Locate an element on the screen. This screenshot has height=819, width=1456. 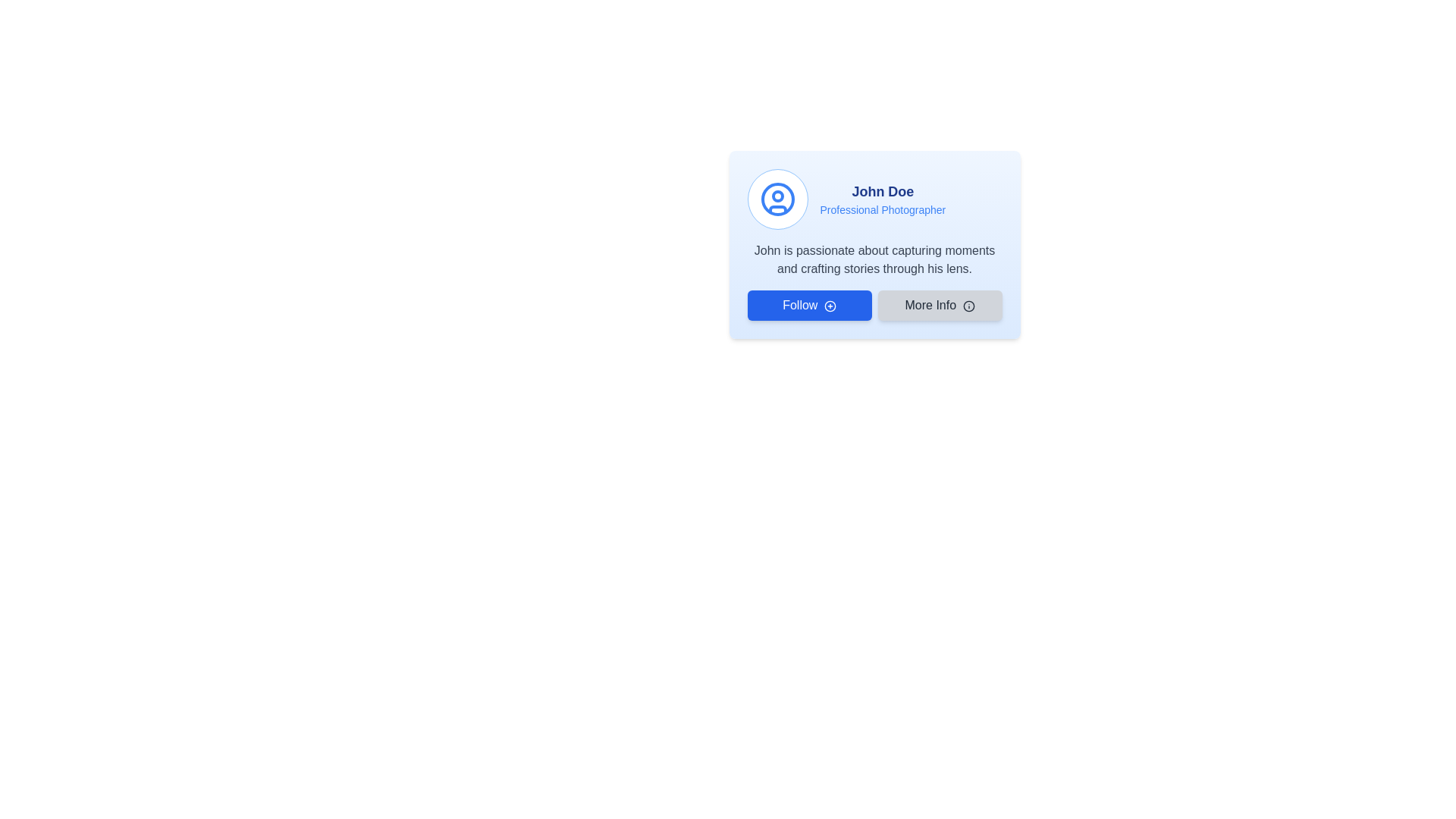
the rectangular blue 'Follow' button with rounded edges, which features white text and a circular '+' icon is located at coordinates (808, 305).